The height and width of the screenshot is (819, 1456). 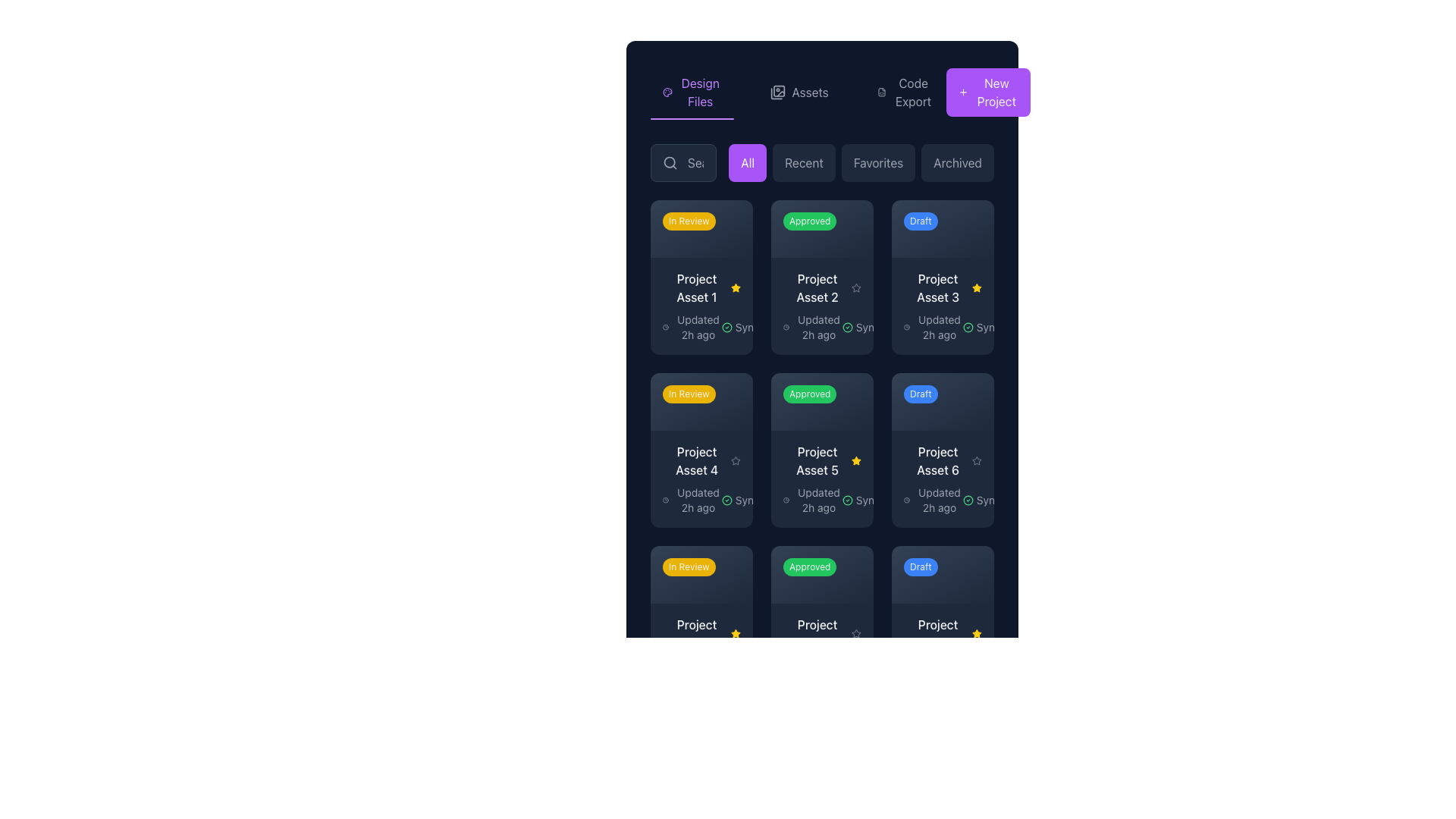 I want to click on the star icon that signifies the favorite status for 'Project Asset 9', located at the rightmost side of the header section, so click(x=977, y=633).